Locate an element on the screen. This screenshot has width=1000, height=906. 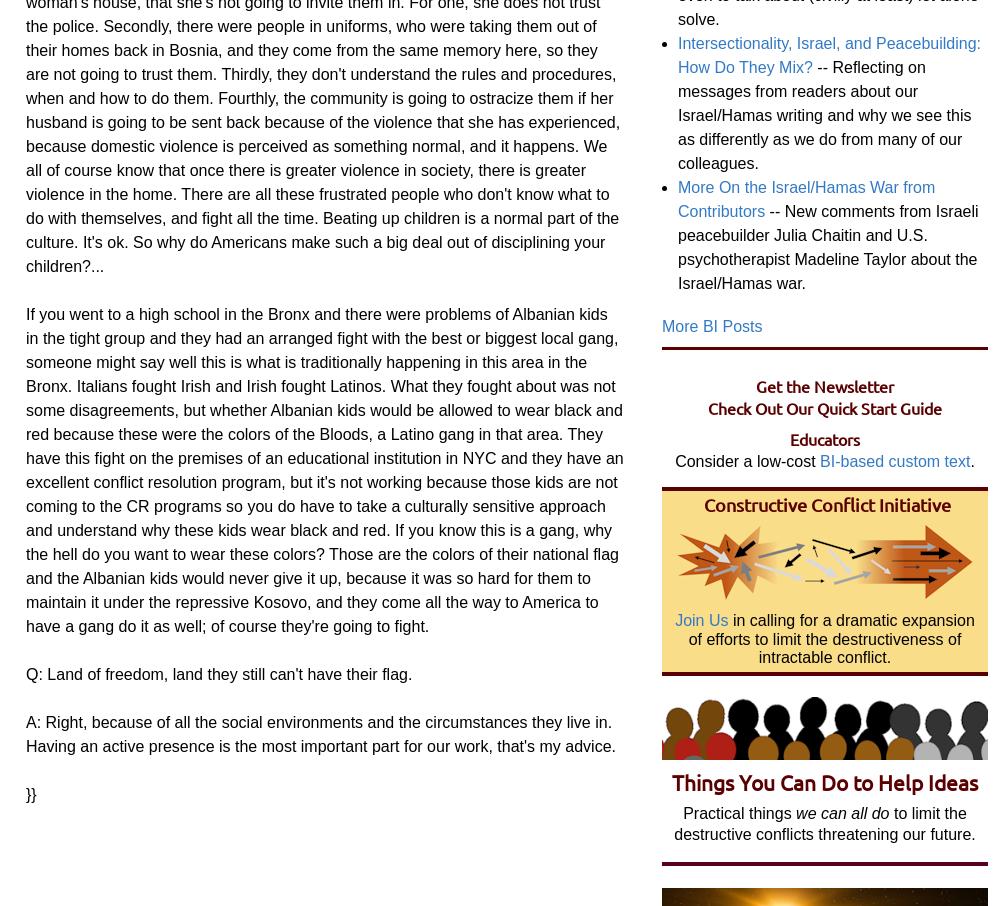
'we can all do' is located at coordinates (841, 813).